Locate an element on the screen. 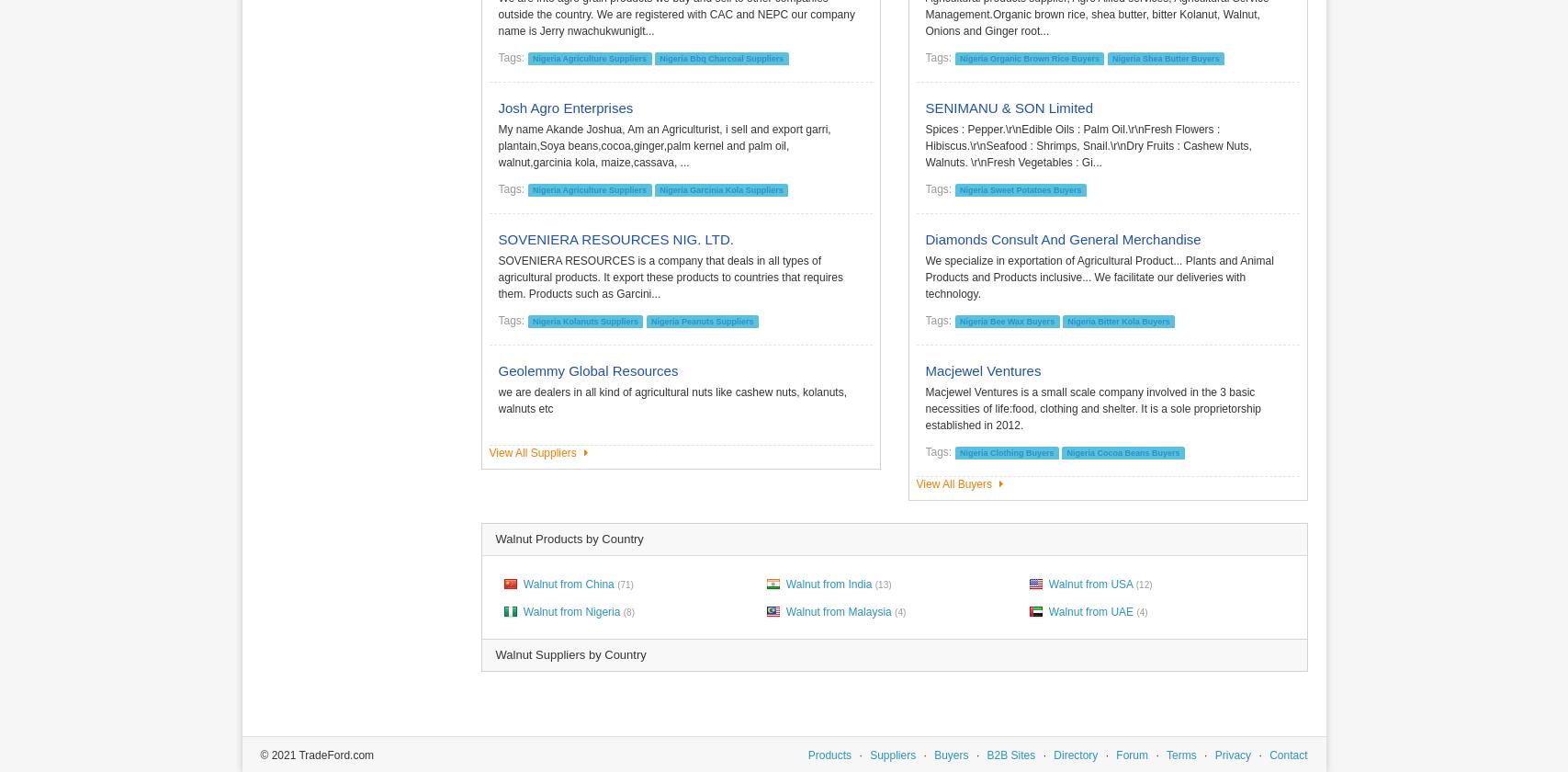 The height and width of the screenshot is (772, 1568). 'Nigeria Clothing Buyers' is located at coordinates (1005, 451).